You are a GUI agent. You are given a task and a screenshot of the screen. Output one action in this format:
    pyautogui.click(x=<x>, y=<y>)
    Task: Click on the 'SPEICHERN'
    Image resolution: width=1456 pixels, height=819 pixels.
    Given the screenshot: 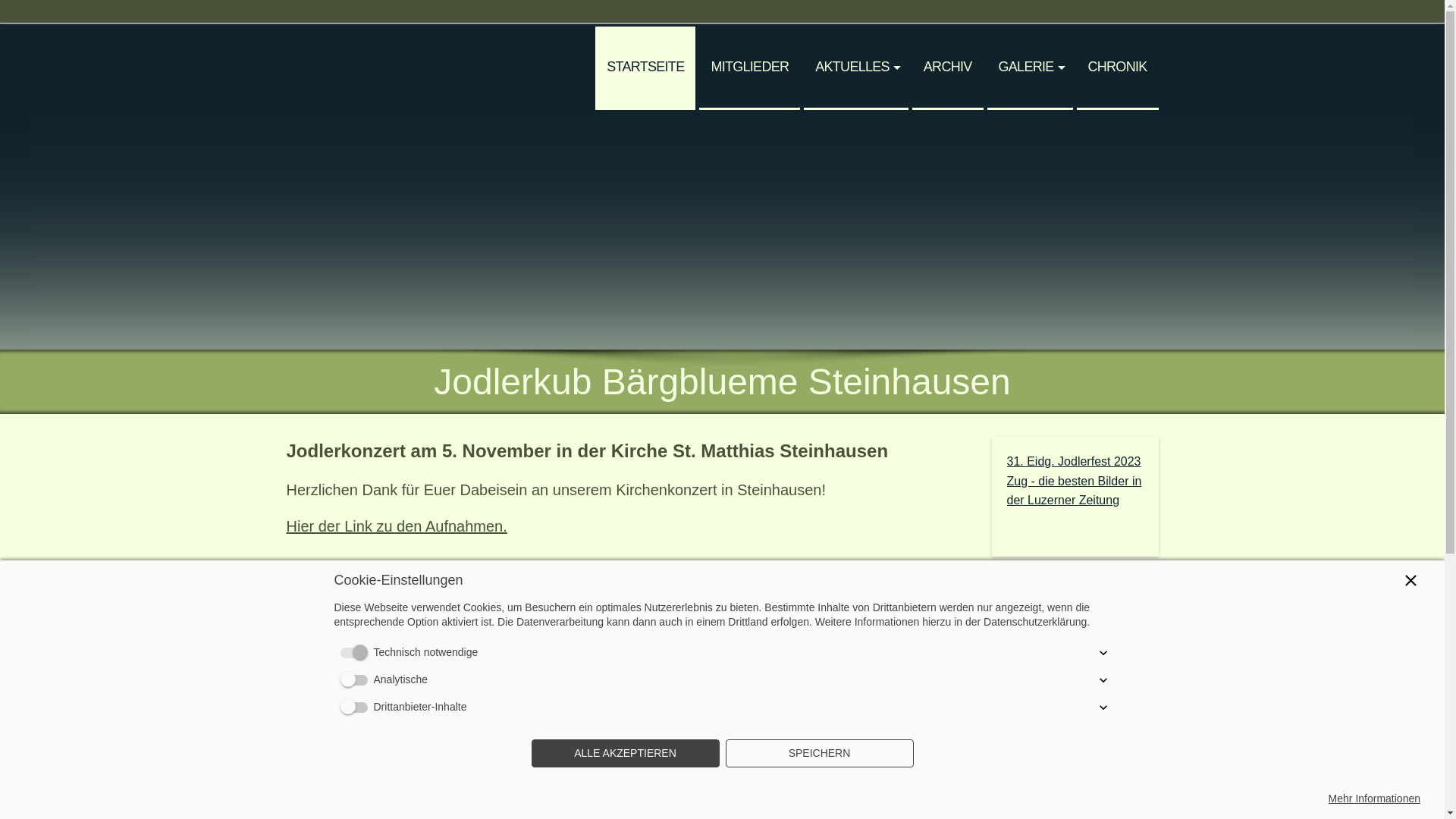 What is the action you would take?
    pyautogui.click(x=723, y=754)
    